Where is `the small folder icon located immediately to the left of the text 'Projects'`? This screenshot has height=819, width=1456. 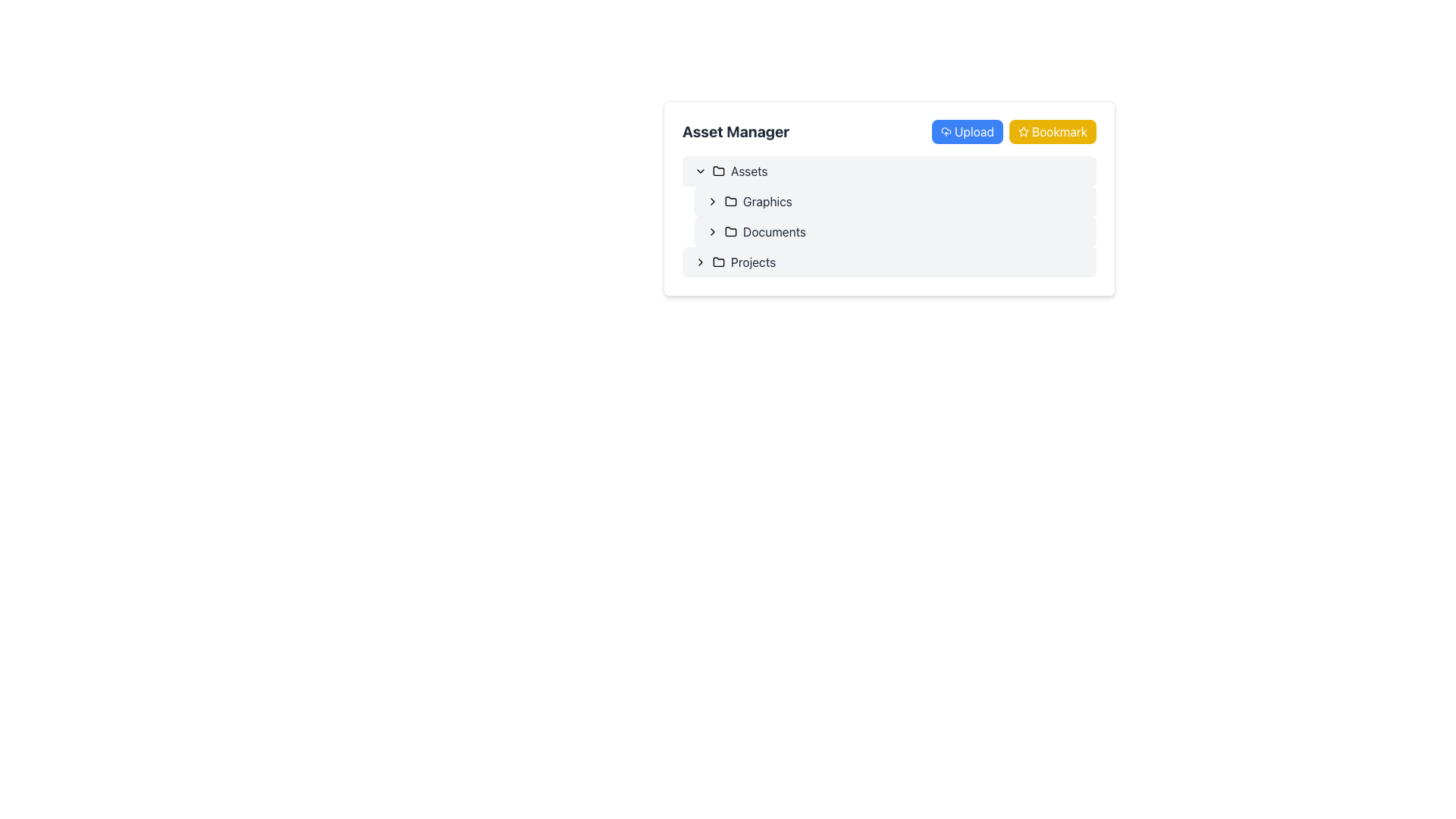
the small folder icon located immediately to the left of the text 'Projects' is located at coordinates (718, 262).